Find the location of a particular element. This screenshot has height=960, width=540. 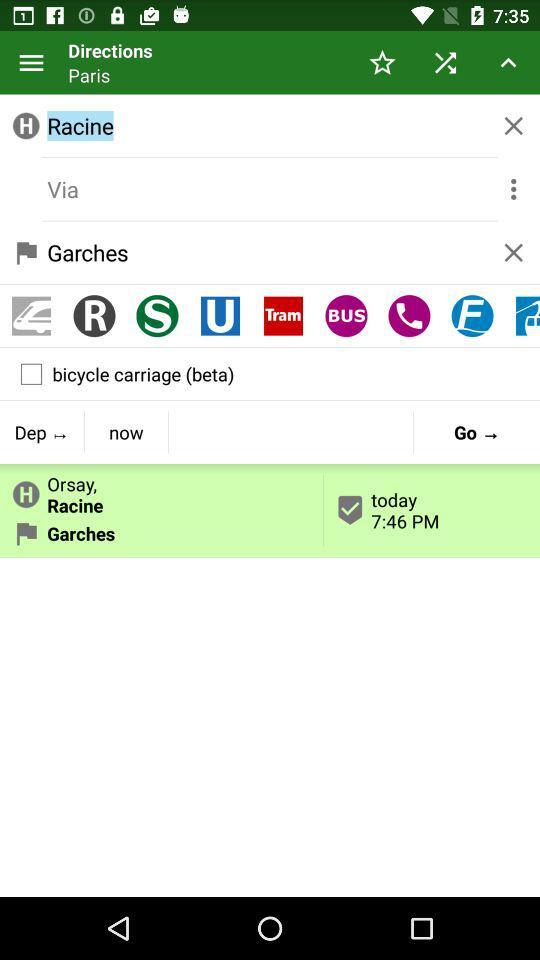

button next to the today 7 46 is located at coordinates (126, 432).